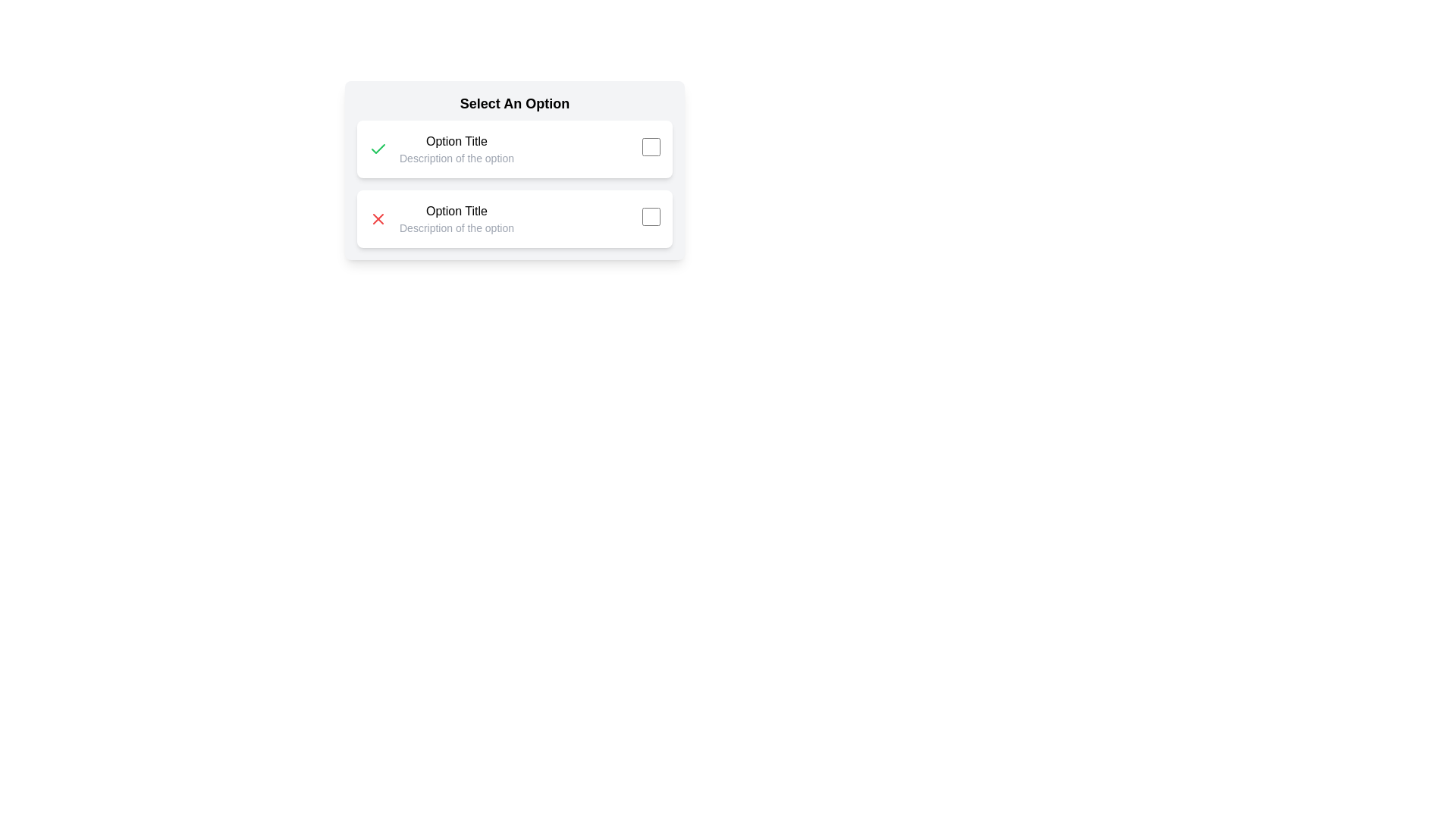 This screenshot has width=1456, height=819. Describe the element at coordinates (456, 219) in the screenshot. I see `the text block containing the bolded title 'Option Title' and the grayed-out subtitle 'Description of the option', which is centrally positioned below a similar structure` at that location.